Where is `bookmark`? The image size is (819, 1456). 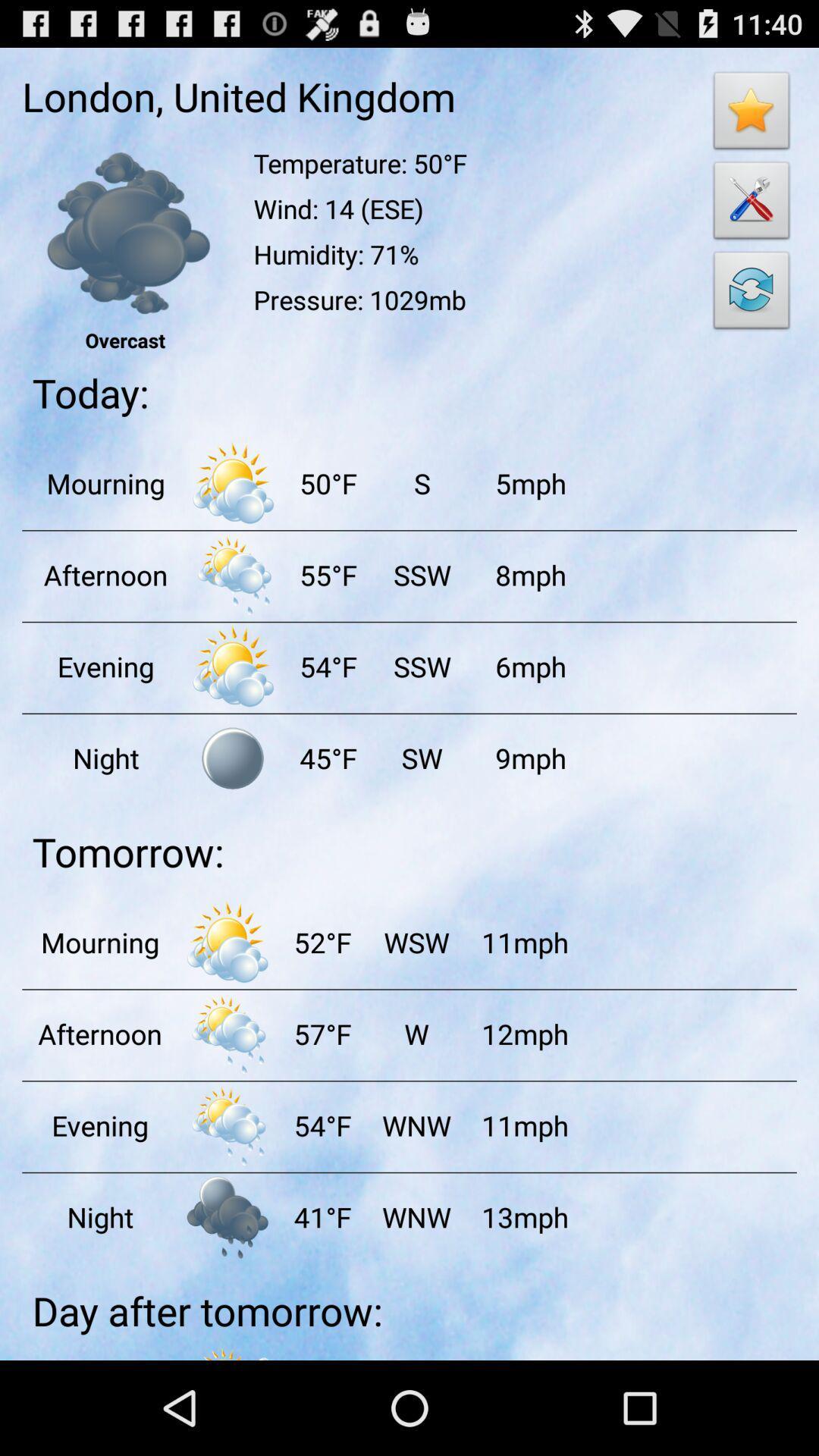
bookmark is located at coordinates (752, 114).